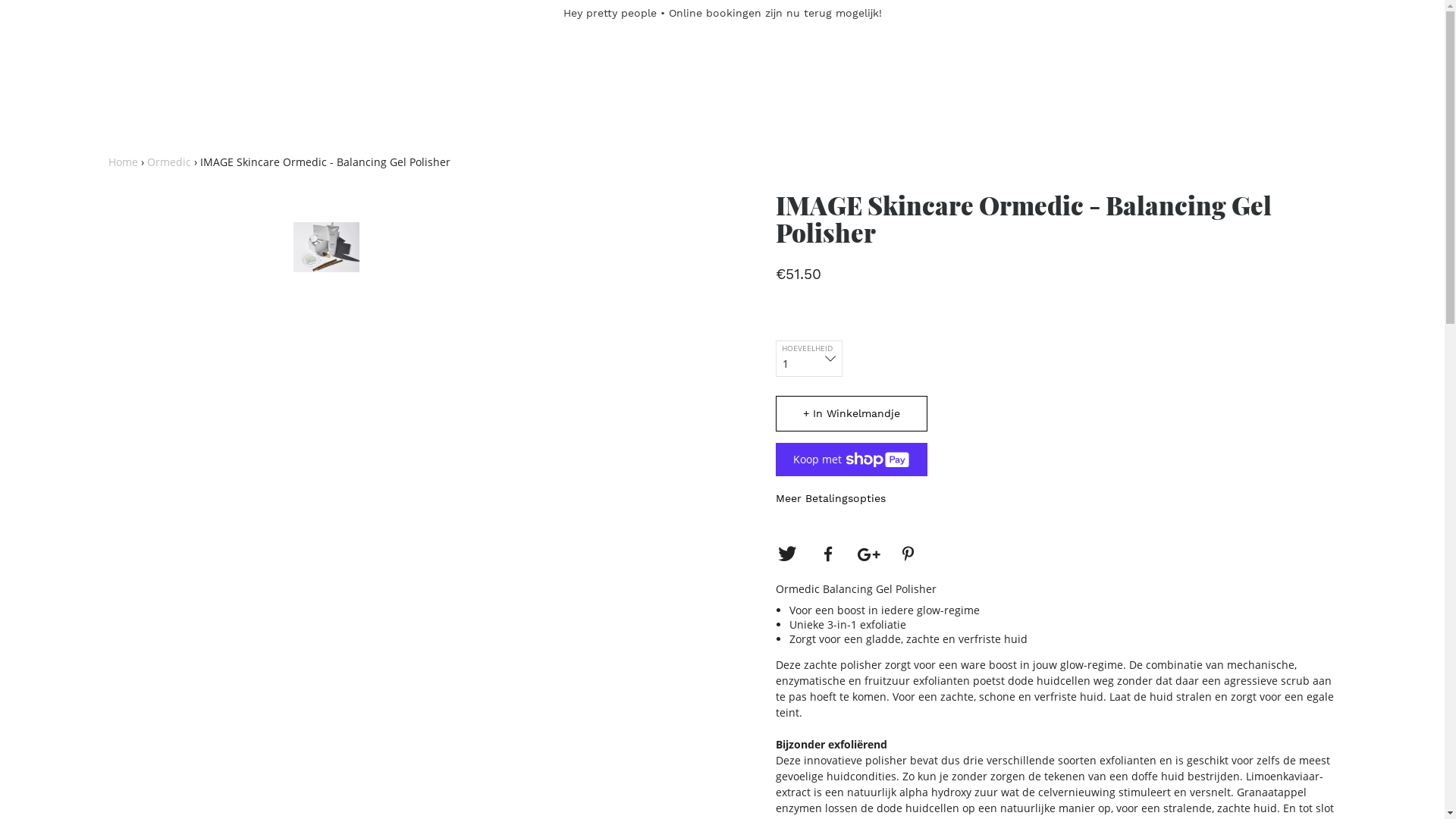  I want to click on '+ In Winkelmandje', so click(851, 413).